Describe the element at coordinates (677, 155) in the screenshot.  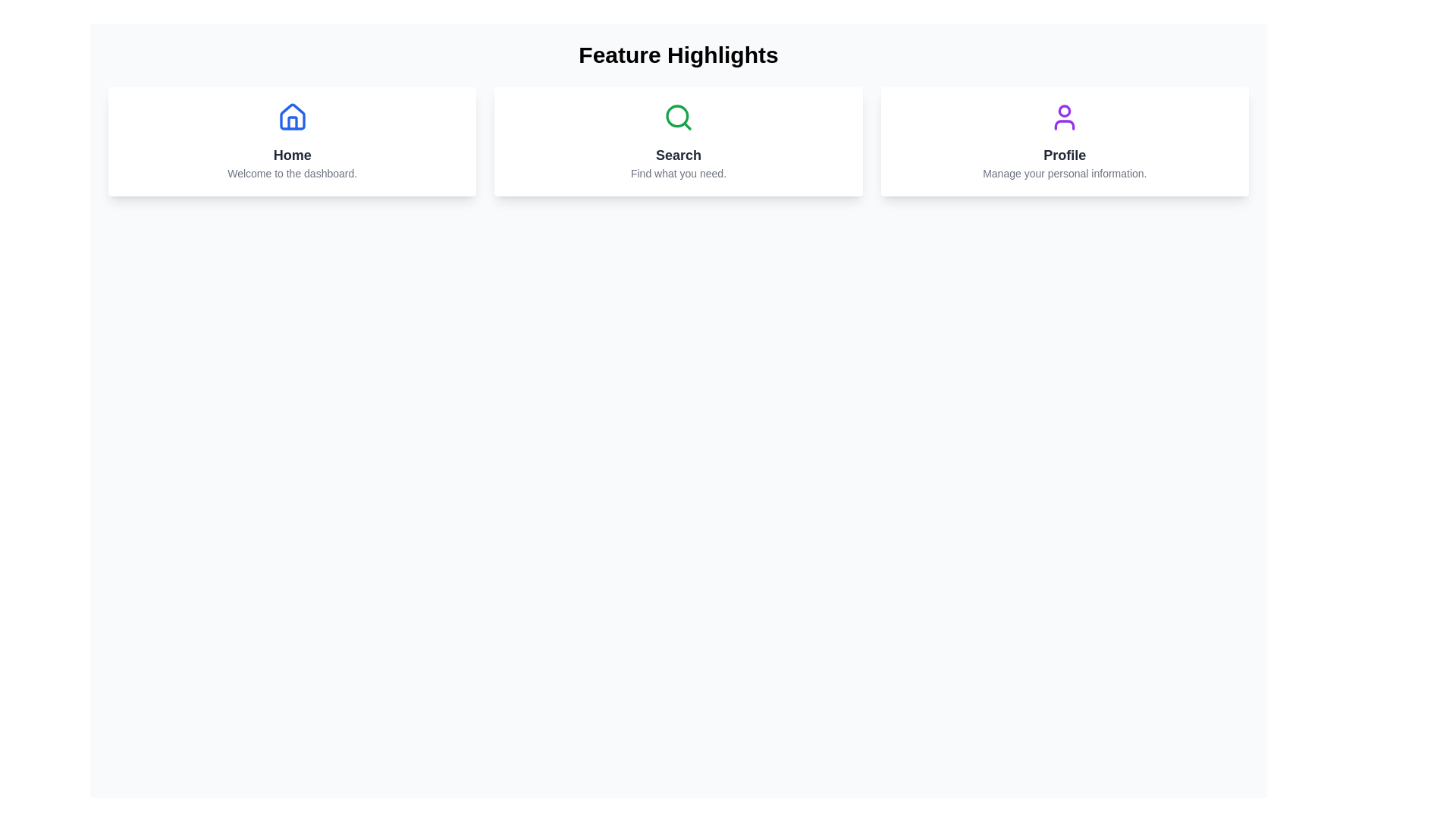
I see `the descriptive text label indicating the 'Search' feature located in the middle card of the three-card layout, positioned below the green search icon and above the subtitle 'Find what you need.'` at that location.